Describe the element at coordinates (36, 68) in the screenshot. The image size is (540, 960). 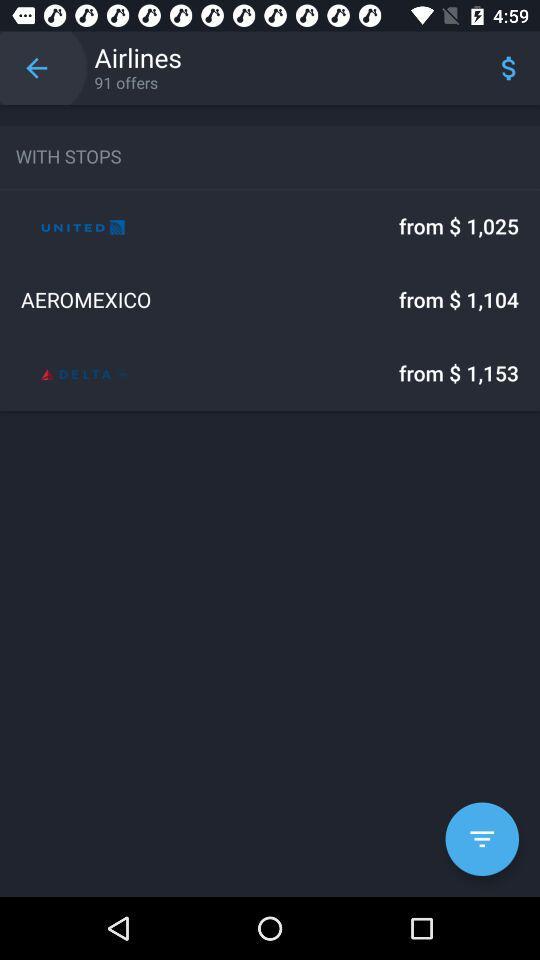
I see `icon to the left of the airlines` at that location.